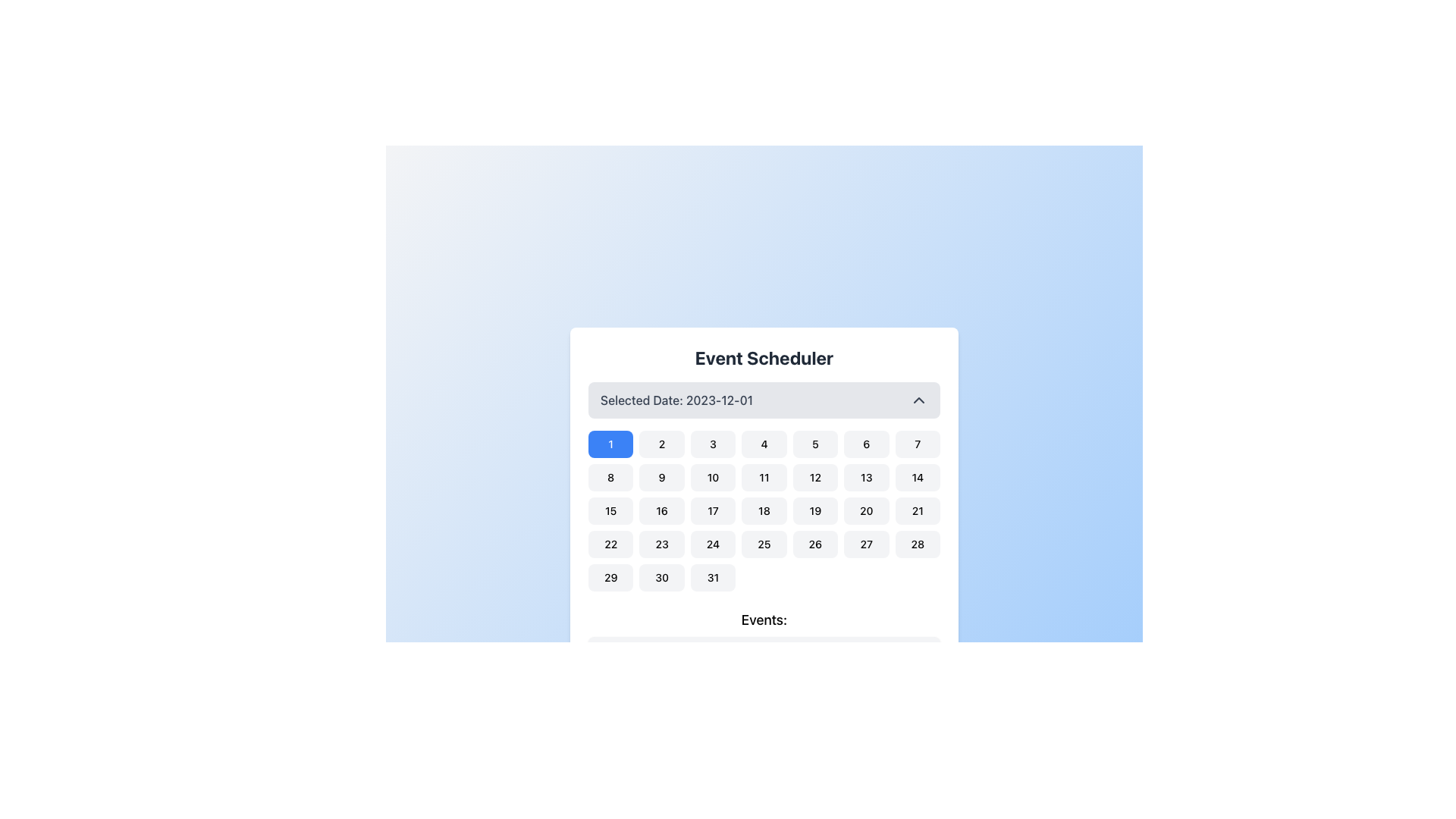 The width and height of the screenshot is (1456, 819). What do you see at coordinates (712, 543) in the screenshot?
I see `the rectangular button displaying the number '24' to activate the hover effect that changes its background color to blue` at bounding box center [712, 543].